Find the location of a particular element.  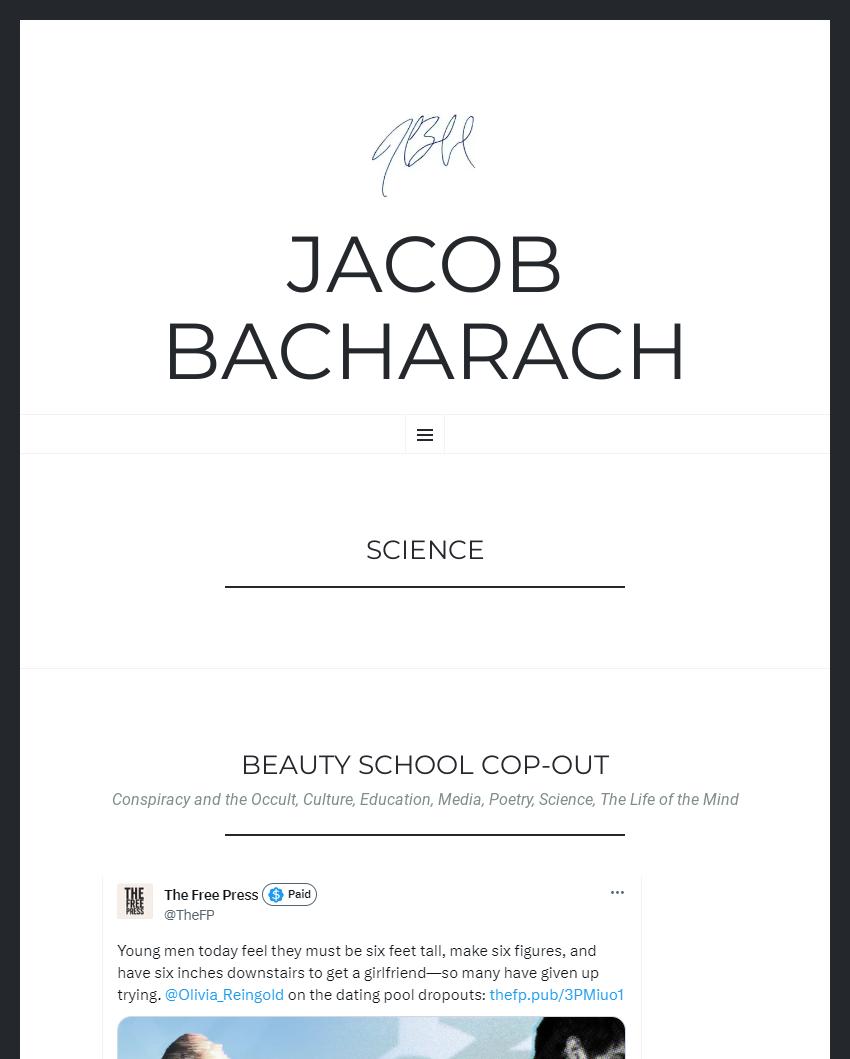

'Jacob Bacharach' is located at coordinates (425, 306).